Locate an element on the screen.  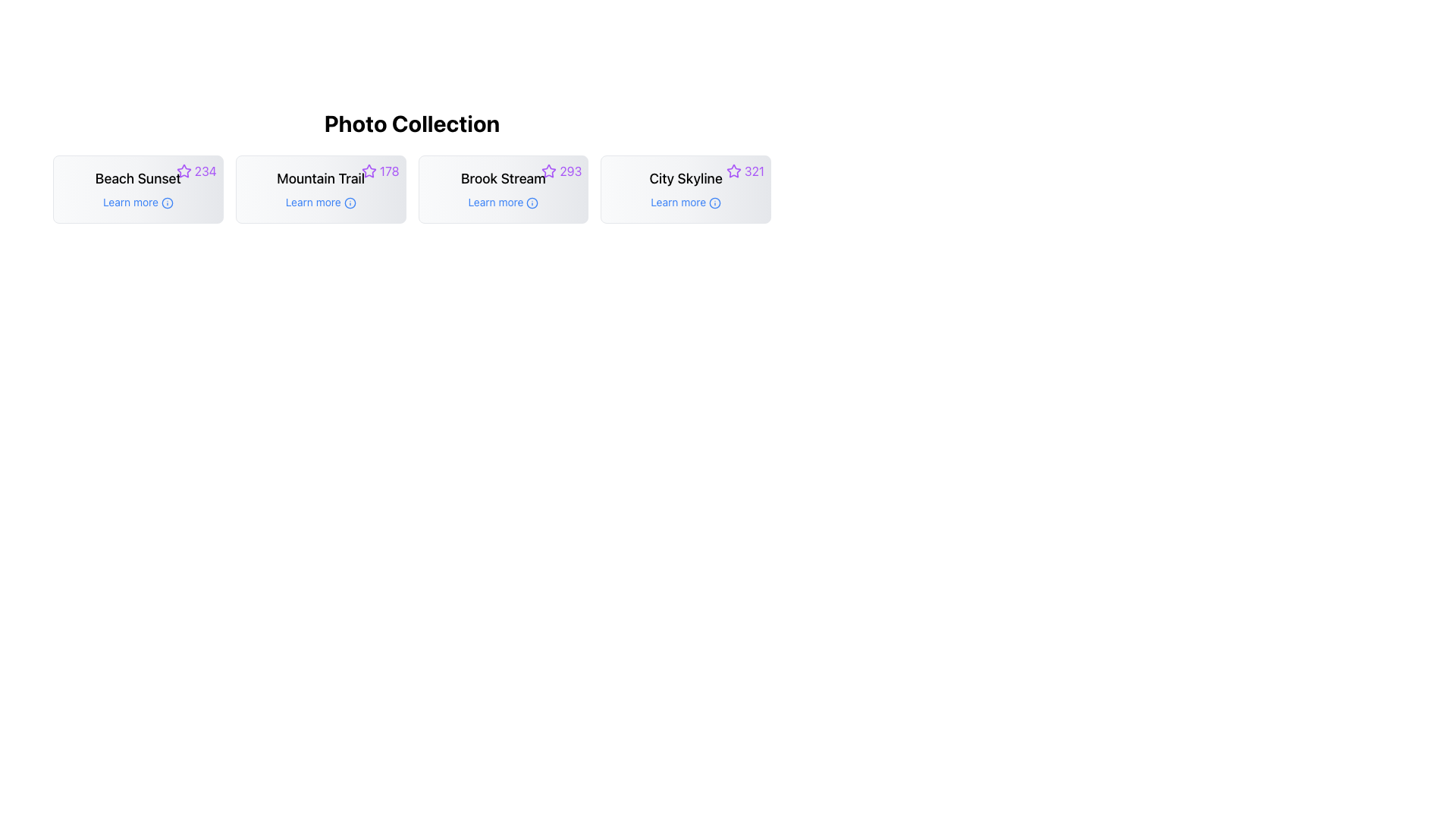
the composite element containing the heading 'Beach Sunset' and the hyperlink 'Learn more', which is the leftmost card in the 'Photo Collection' section is located at coordinates (138, 189).